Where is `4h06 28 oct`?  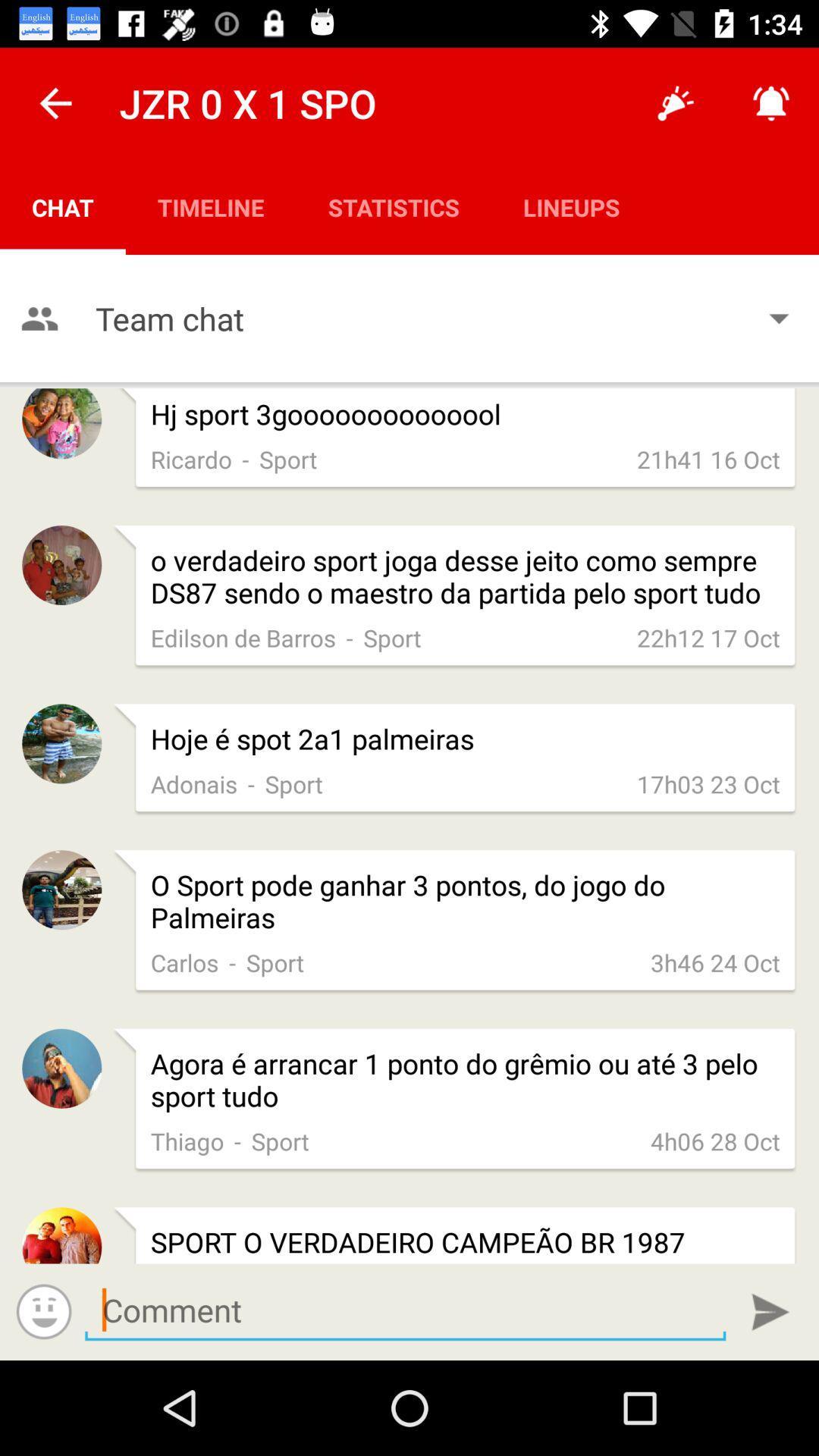 4h06 28 oct is located at coordinates (715, 1141).